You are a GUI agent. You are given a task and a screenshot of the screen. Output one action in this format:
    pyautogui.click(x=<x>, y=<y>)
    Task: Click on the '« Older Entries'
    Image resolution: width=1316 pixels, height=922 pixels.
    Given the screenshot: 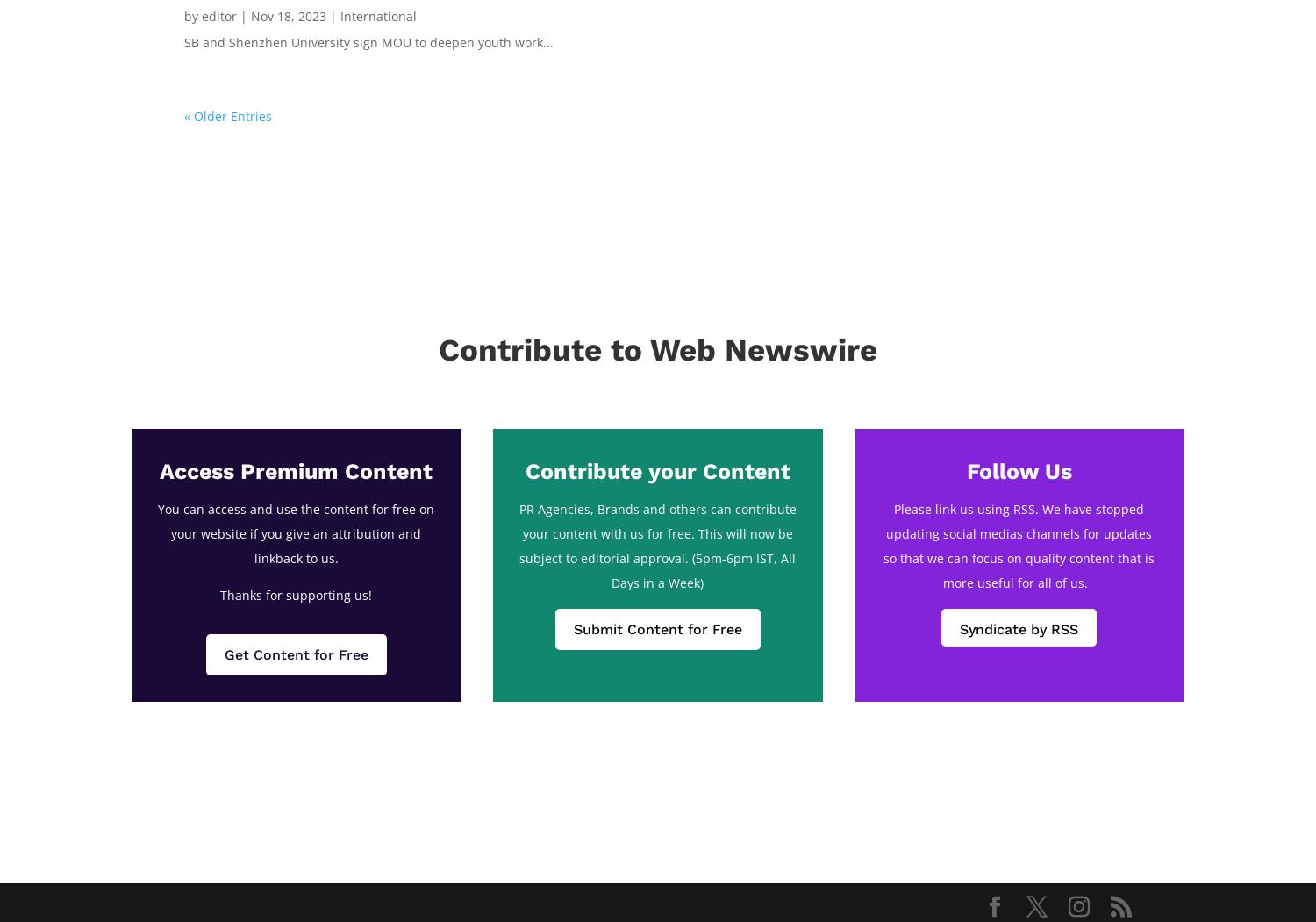 What is the action you would take?
    pyautogui.click(x=183, y=114)
    